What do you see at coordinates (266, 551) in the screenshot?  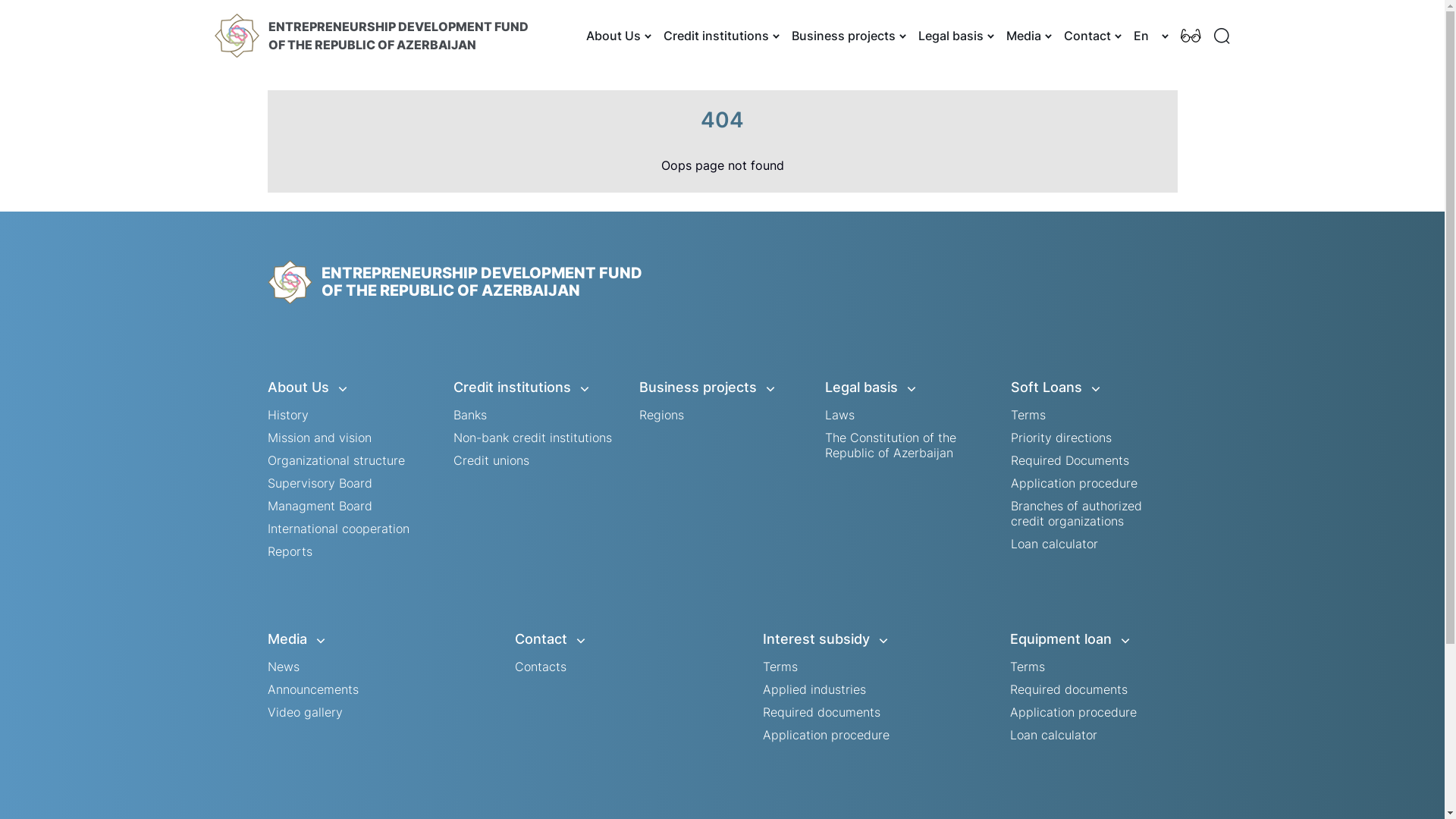 I see `'Reports'` at bounding box center [266, 551].